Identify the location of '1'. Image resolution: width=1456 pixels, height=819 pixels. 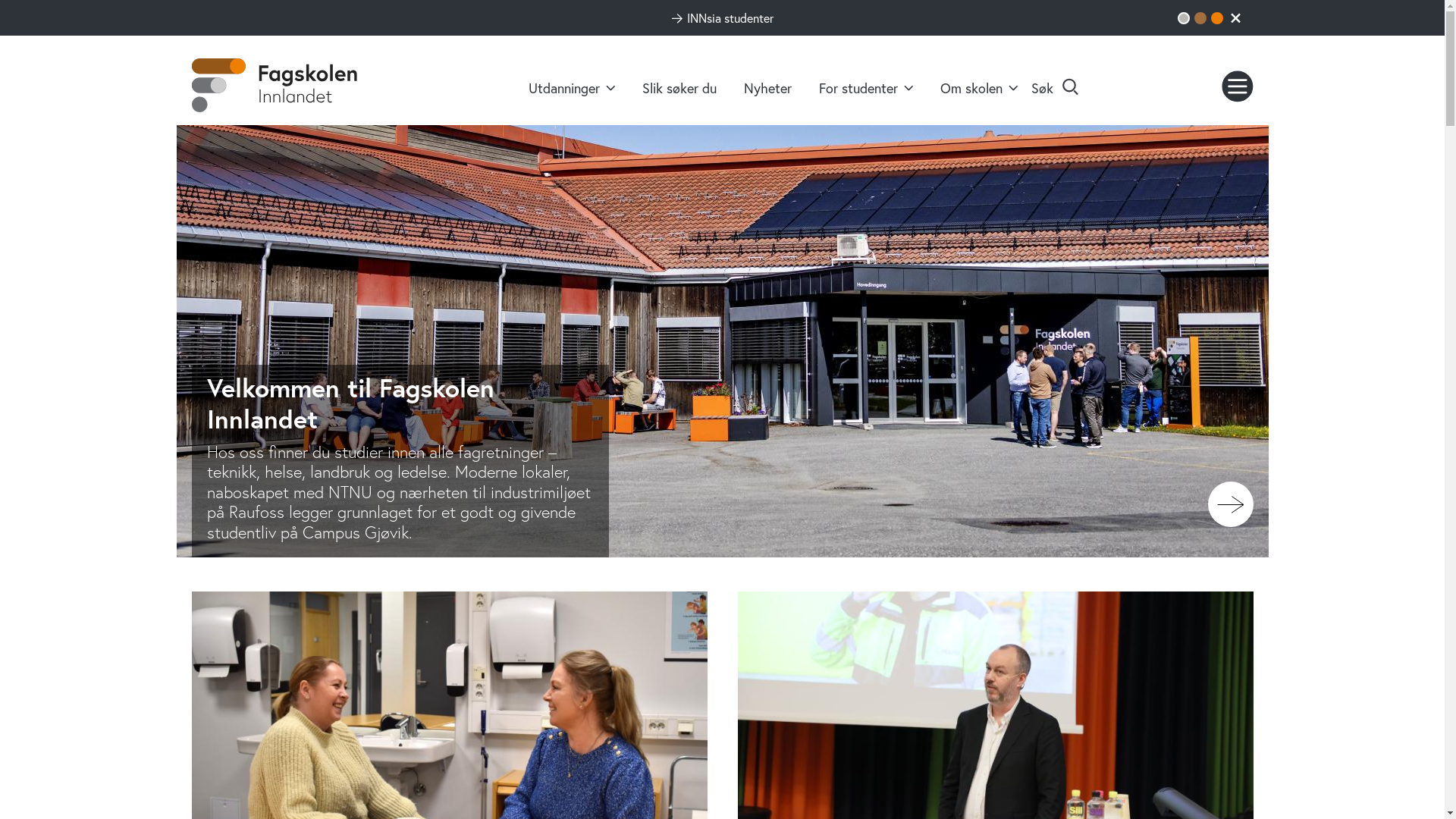
(1182, 17).